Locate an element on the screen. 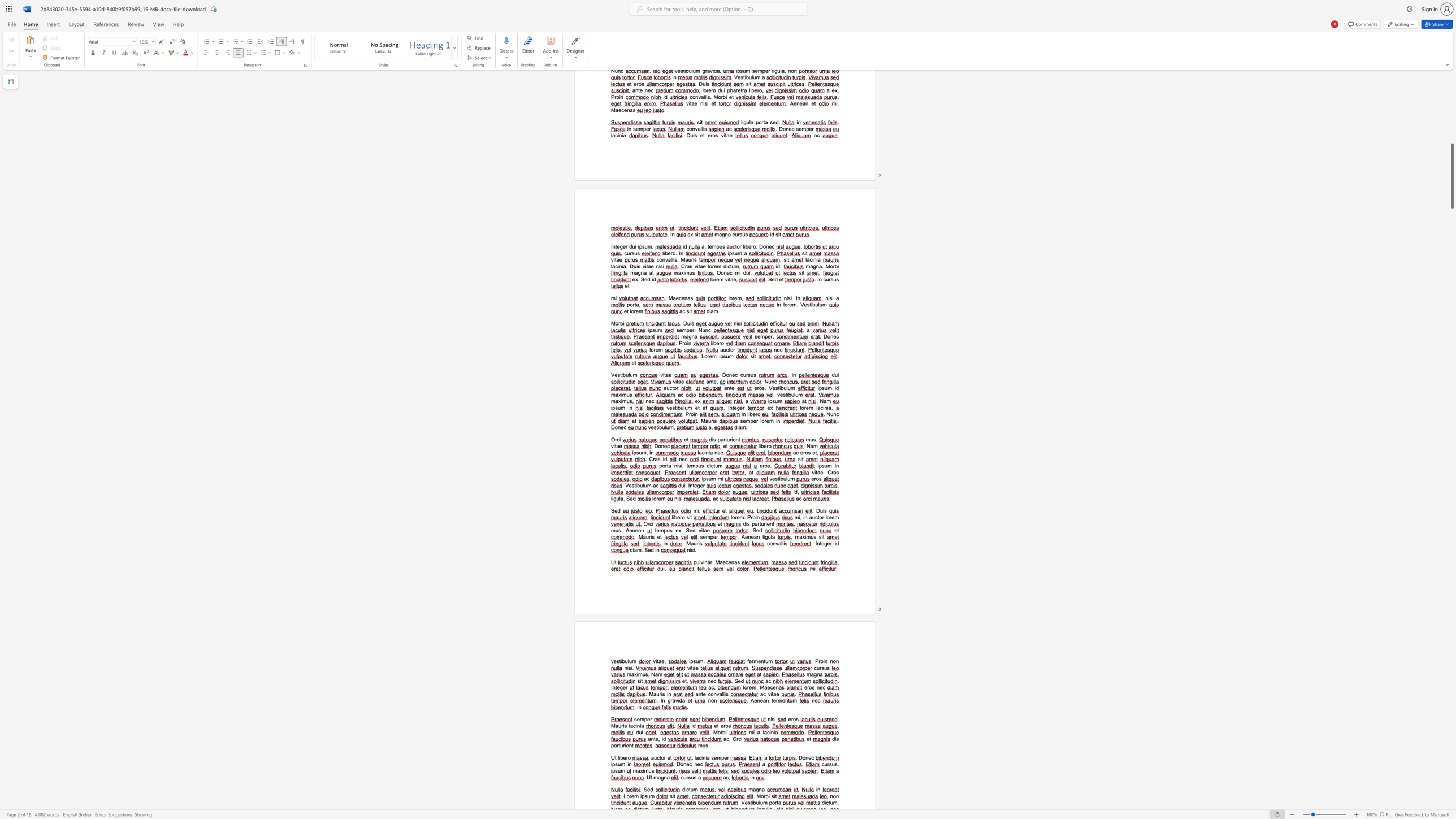 The image size is (1456, 819). the 1th character "e" in the text is located at coordinates (687, 764).